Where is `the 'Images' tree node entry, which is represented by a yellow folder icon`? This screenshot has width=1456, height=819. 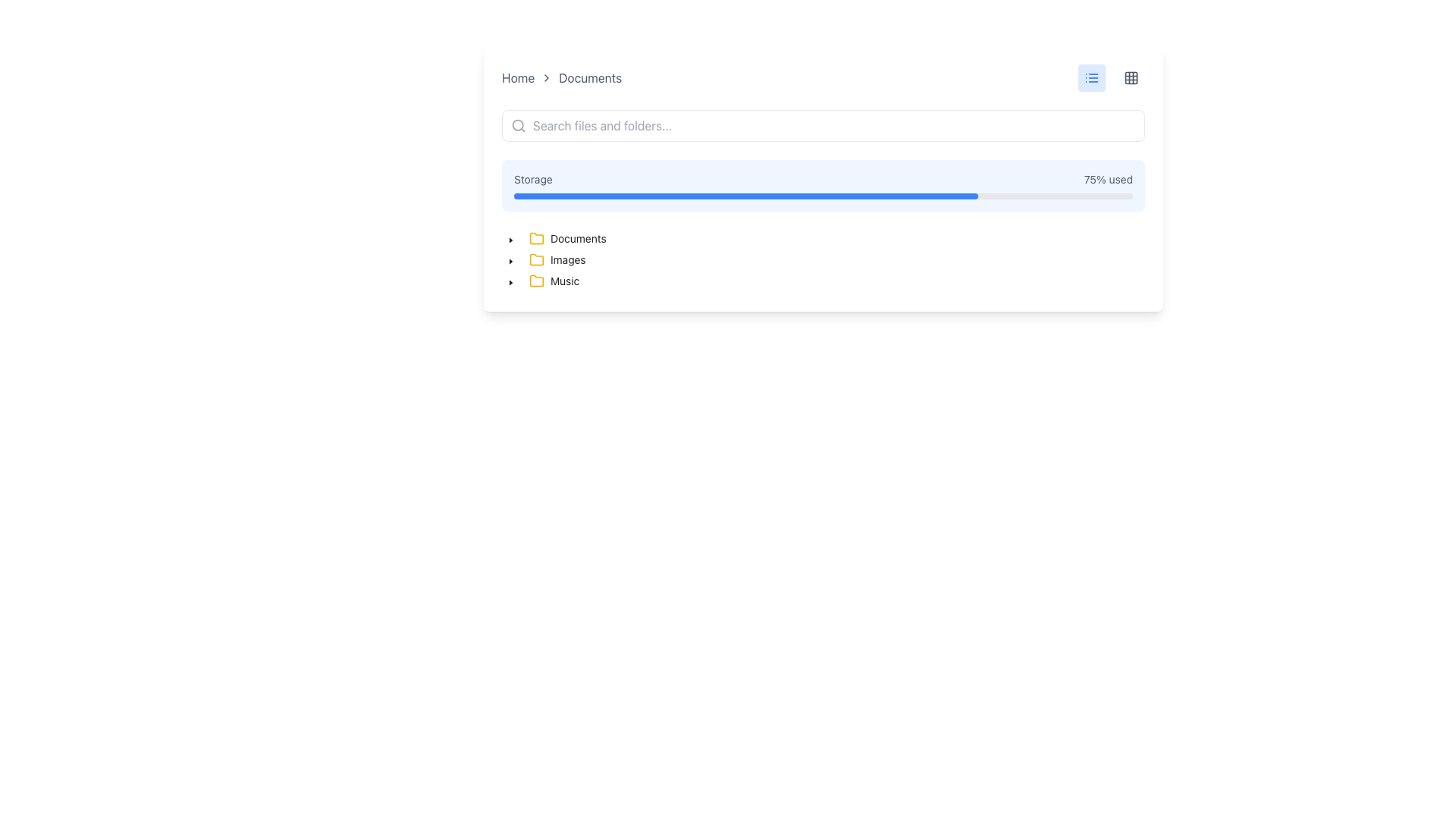 the 'Images' tree node entry, which is represented by a yellow folder icon is located at coordinates (557, 259).